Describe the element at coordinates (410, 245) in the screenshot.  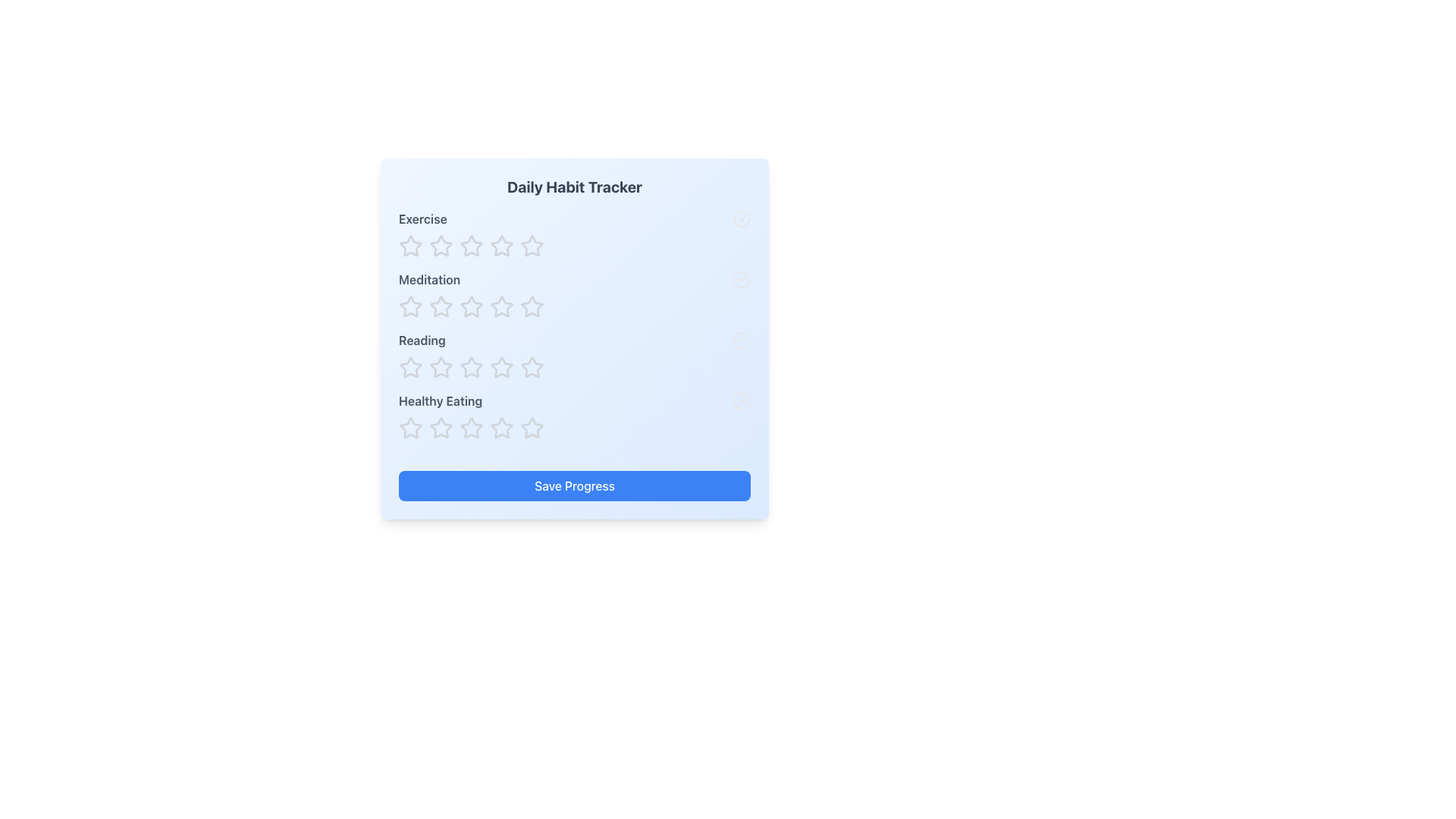
I see `the first star-shaped icon` at that location.